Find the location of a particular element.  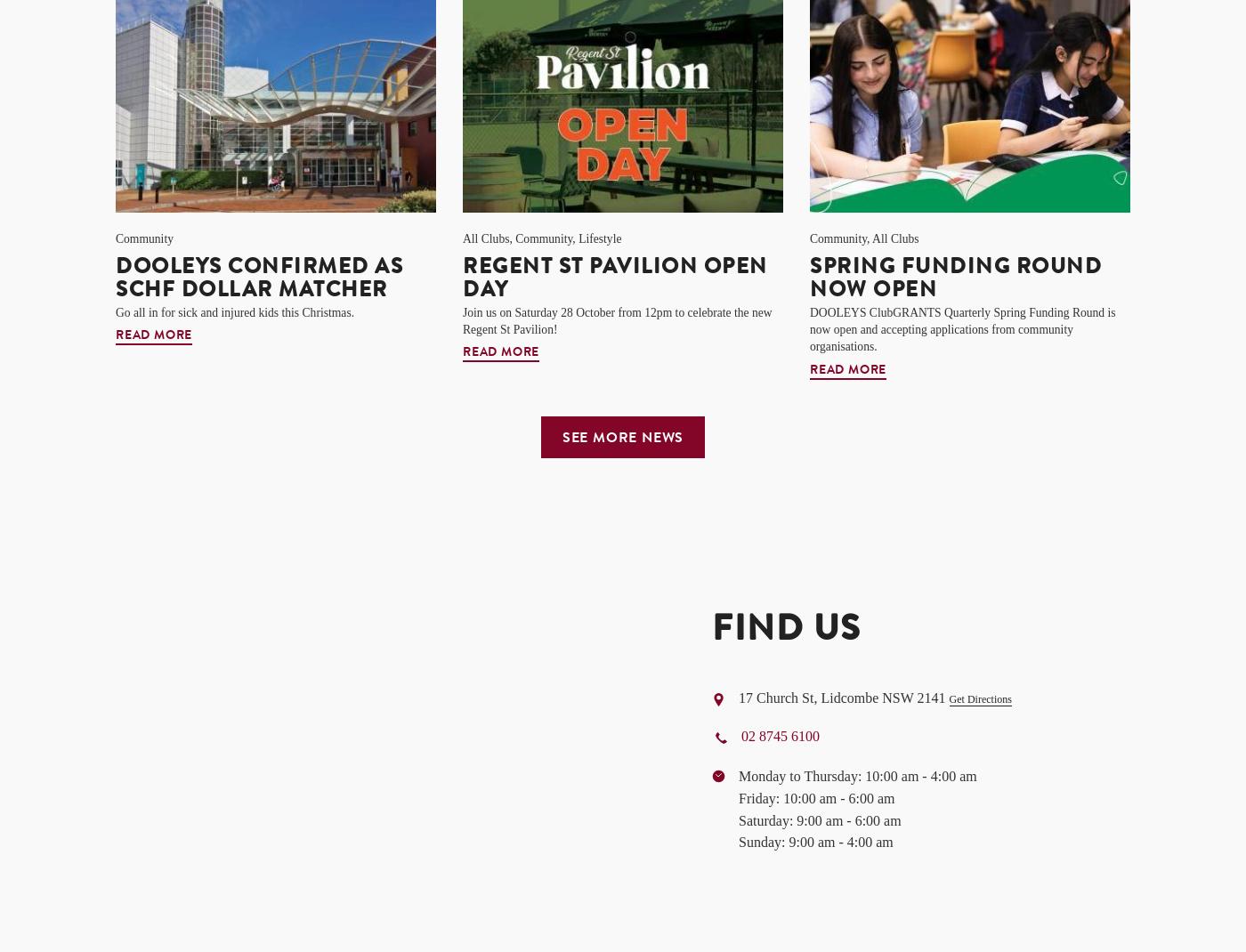

'Monday to Thursday:' is located at coordinates (802, 775).